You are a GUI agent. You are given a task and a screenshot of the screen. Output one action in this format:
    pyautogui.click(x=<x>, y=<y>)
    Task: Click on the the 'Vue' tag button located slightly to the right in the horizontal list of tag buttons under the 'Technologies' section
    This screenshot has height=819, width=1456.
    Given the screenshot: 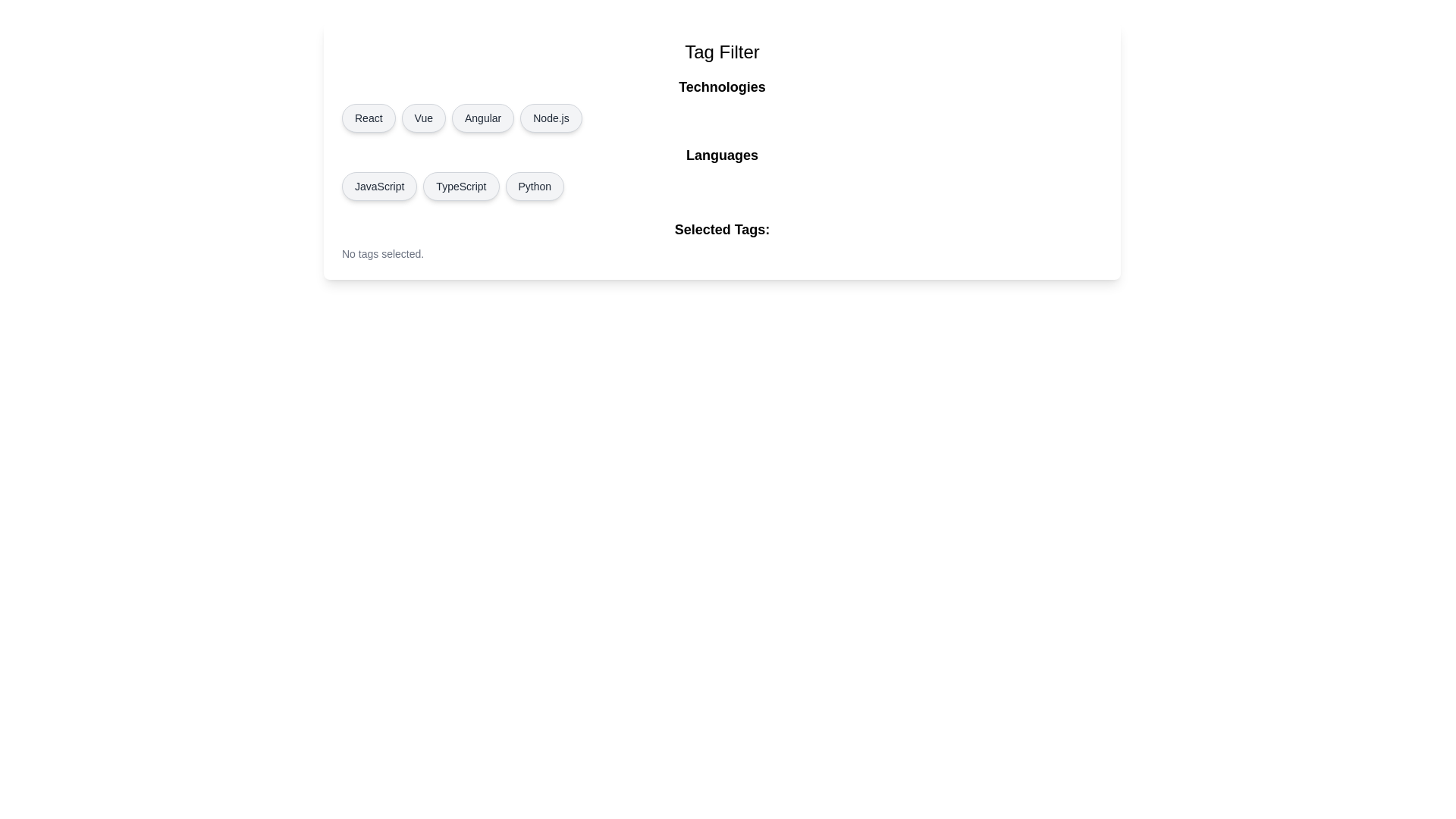 What is the action you would take?
    pyautogui.click(x=423, y=117)
    